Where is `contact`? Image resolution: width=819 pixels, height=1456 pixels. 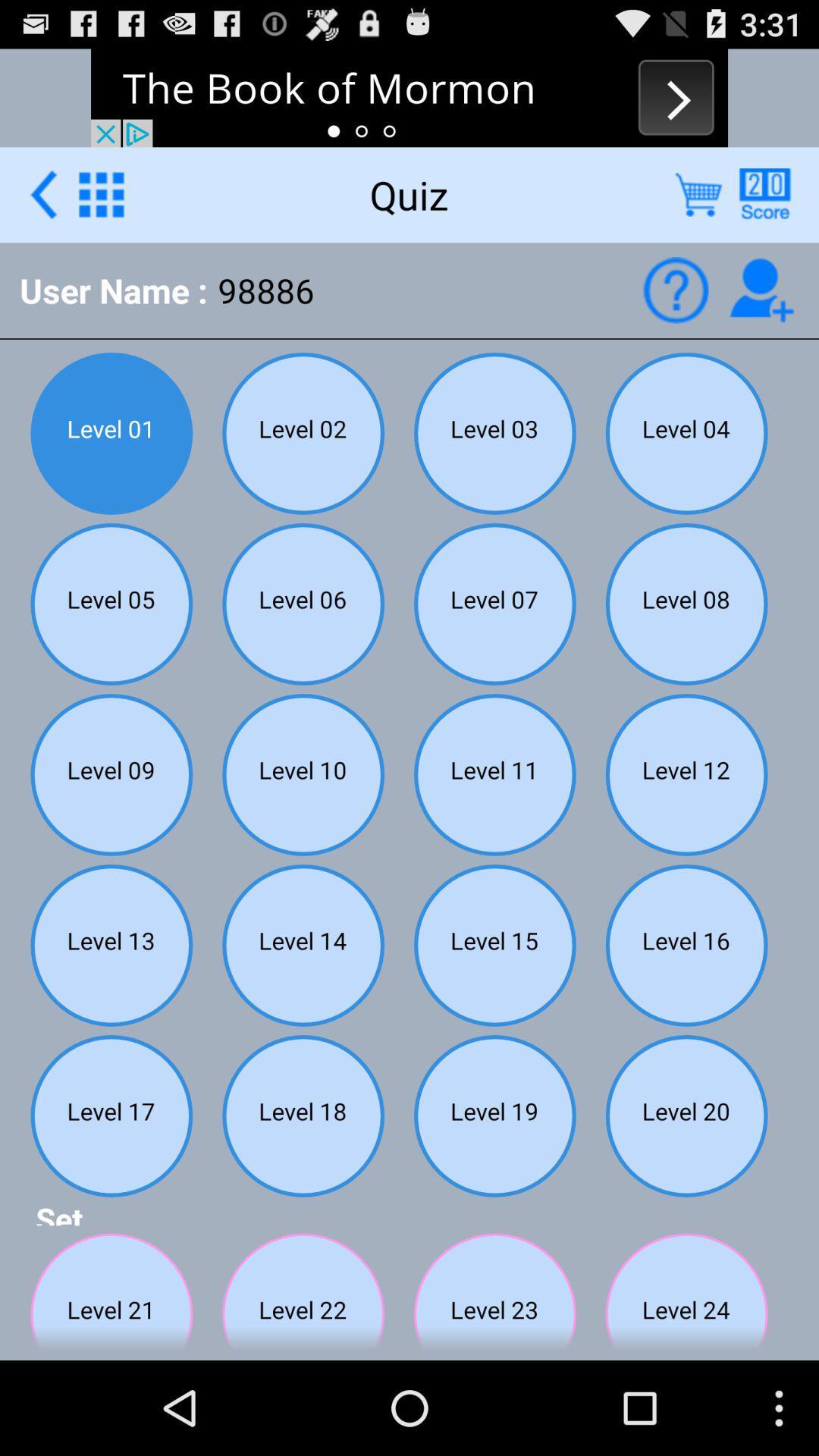 contact is located at coordinates (761, 290).